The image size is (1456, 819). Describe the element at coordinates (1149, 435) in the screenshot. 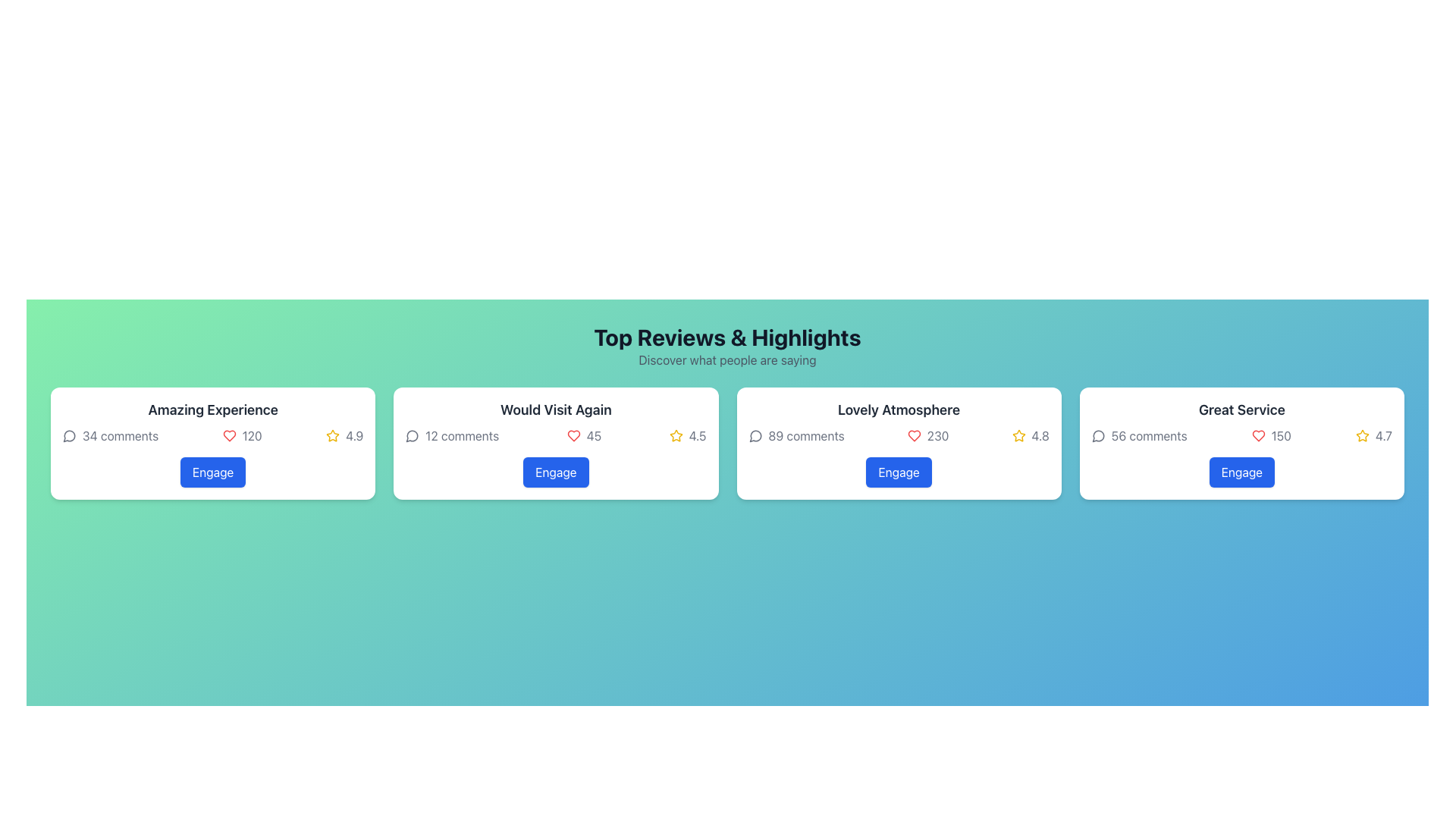

I see `the text label displaying '56 comments' located within the 'Great Service' card, positioned next to the comment icon` at that location.